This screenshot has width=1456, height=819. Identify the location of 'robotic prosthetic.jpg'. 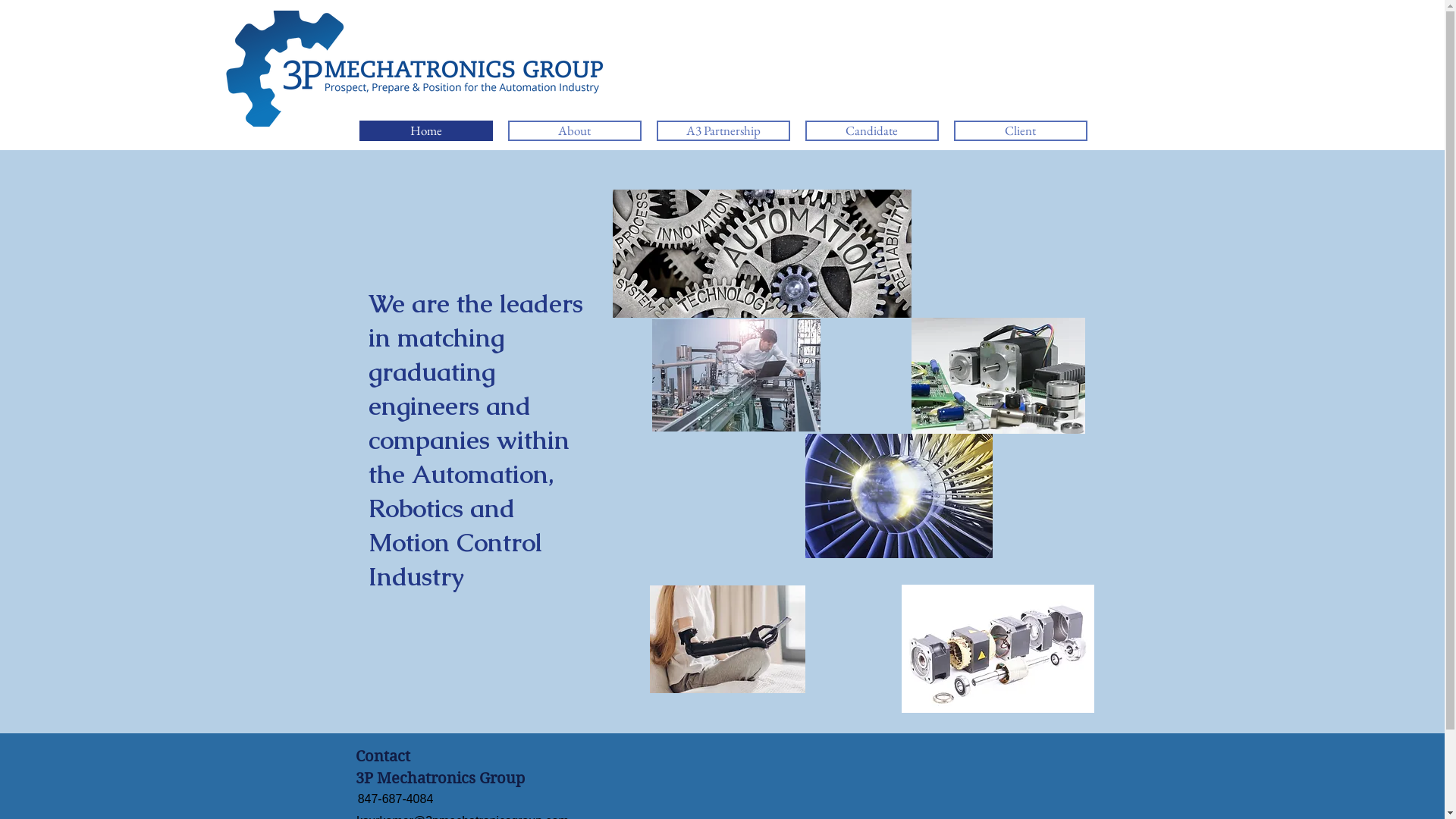
(726, 639).